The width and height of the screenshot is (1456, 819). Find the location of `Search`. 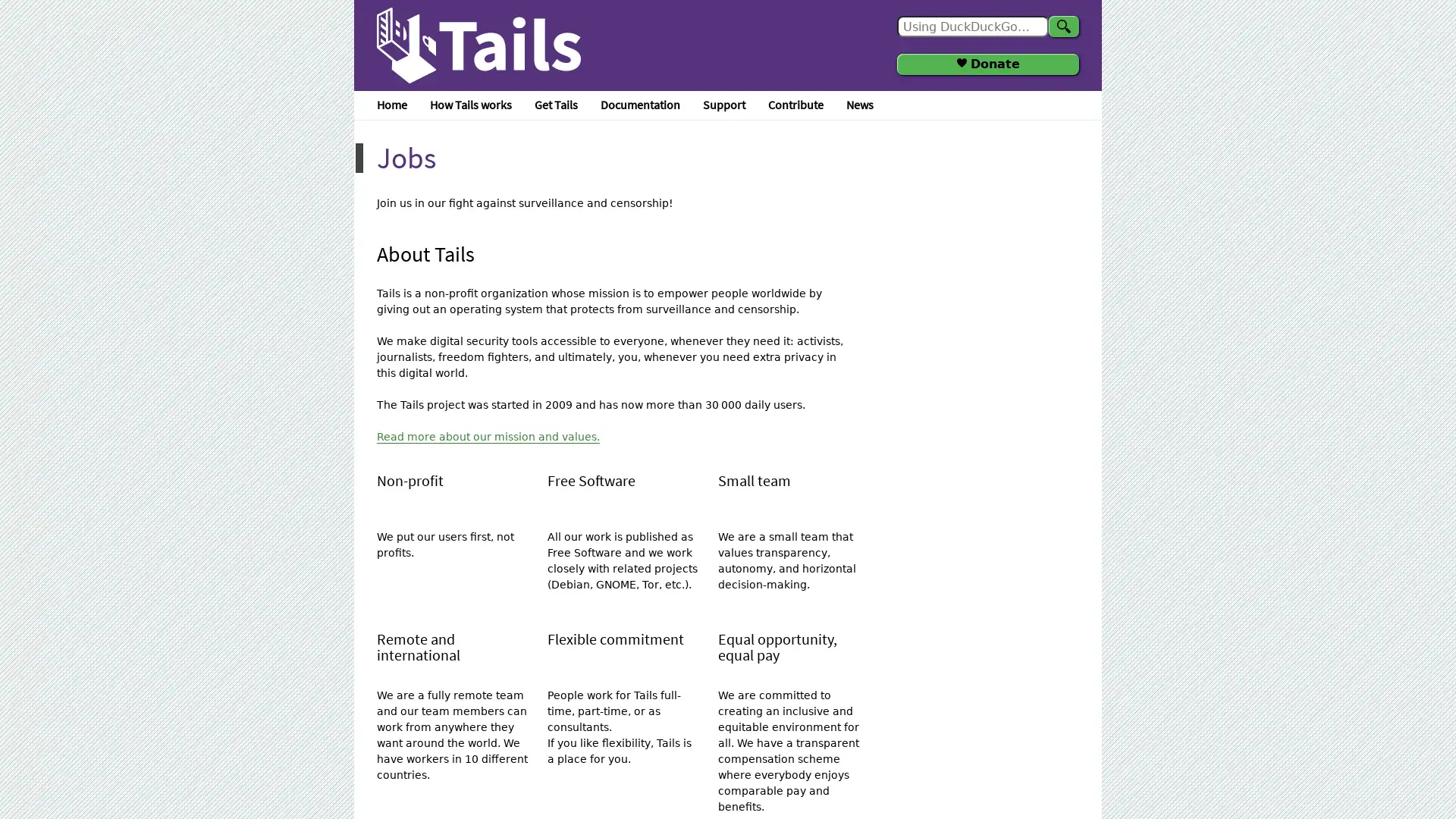

Search is located at coordinates (1062, 26).